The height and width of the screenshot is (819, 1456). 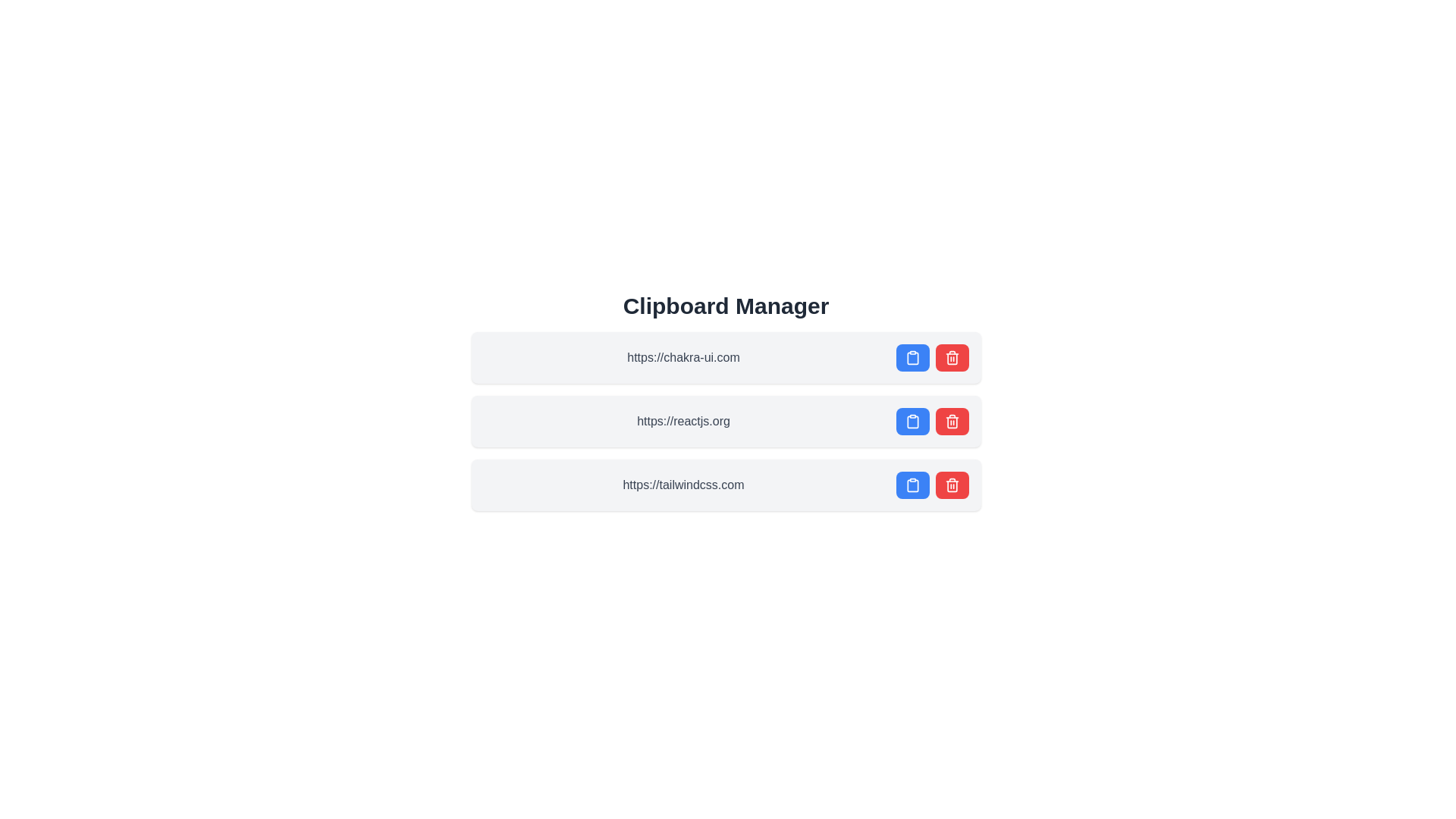 What do you see at coordinates (951, 357) in the screenshot?
I see `the delete button located in the second row of a vertically stacked list of containers` at bounding box center [951, 357].